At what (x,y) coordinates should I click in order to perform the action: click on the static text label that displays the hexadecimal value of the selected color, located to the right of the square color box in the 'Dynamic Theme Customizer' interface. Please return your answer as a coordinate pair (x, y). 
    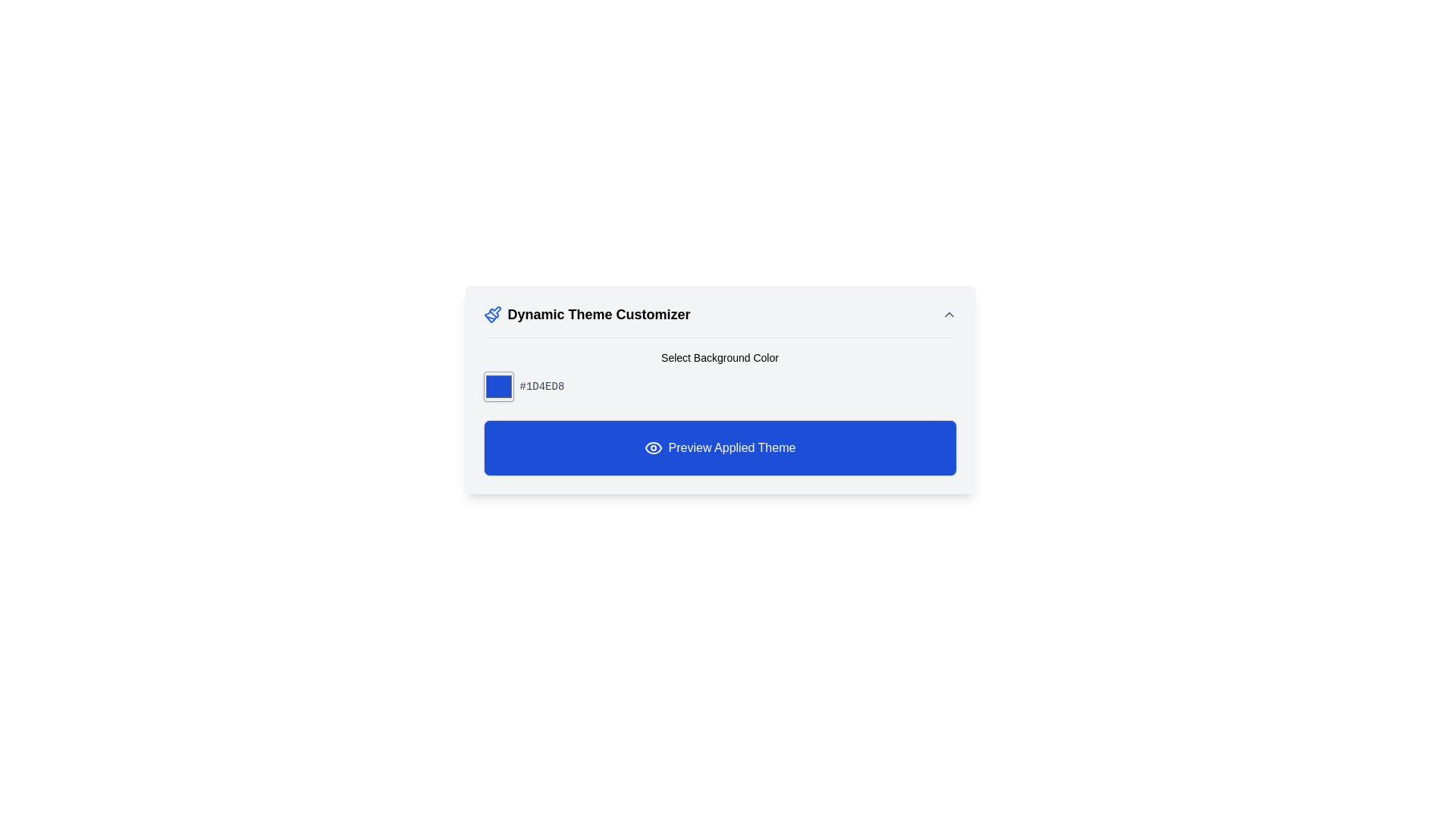
    Looking at the image, I should click on (541, 385).